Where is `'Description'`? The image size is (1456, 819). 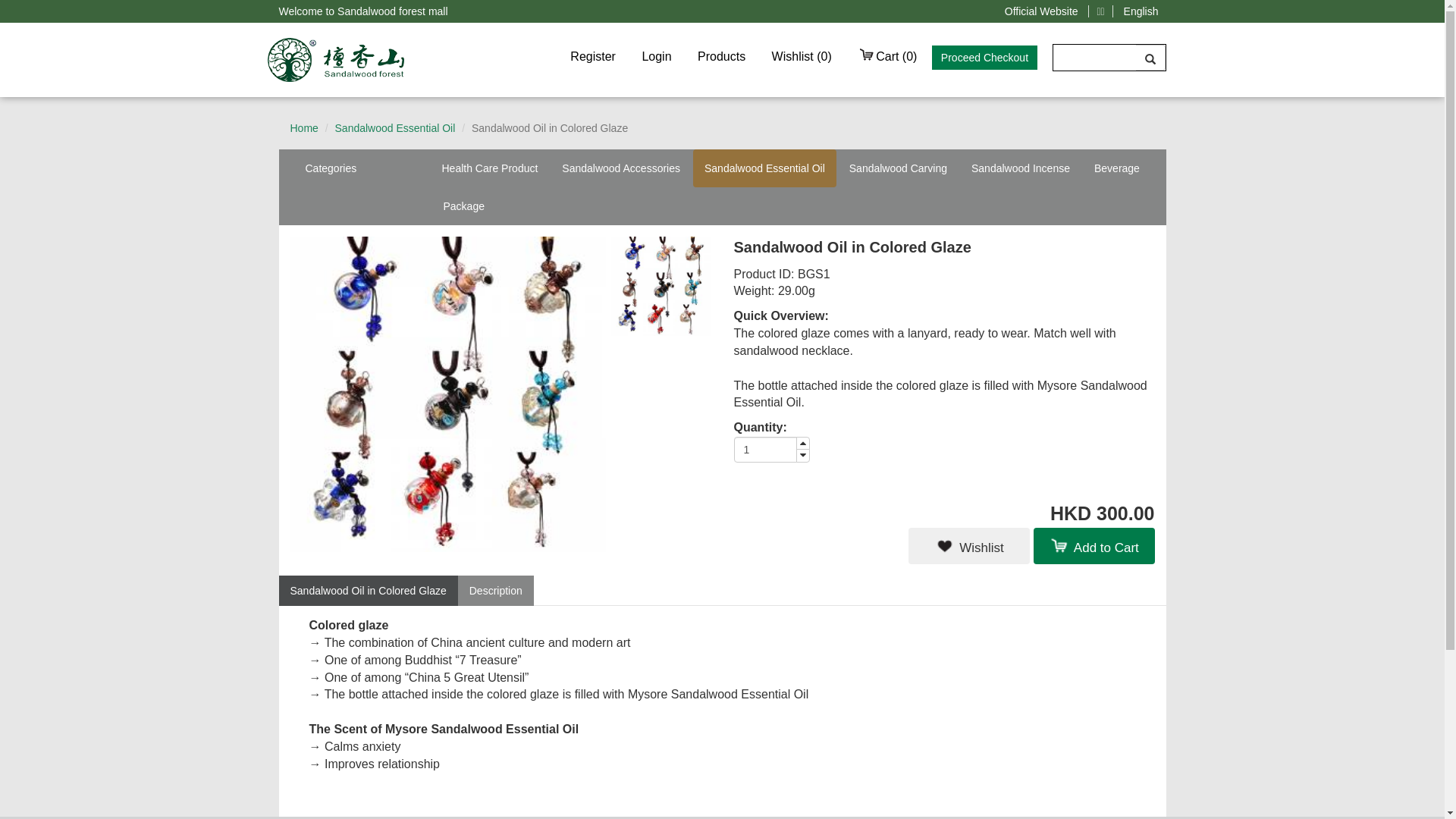
'Description' is located at coordinates (495, 590).